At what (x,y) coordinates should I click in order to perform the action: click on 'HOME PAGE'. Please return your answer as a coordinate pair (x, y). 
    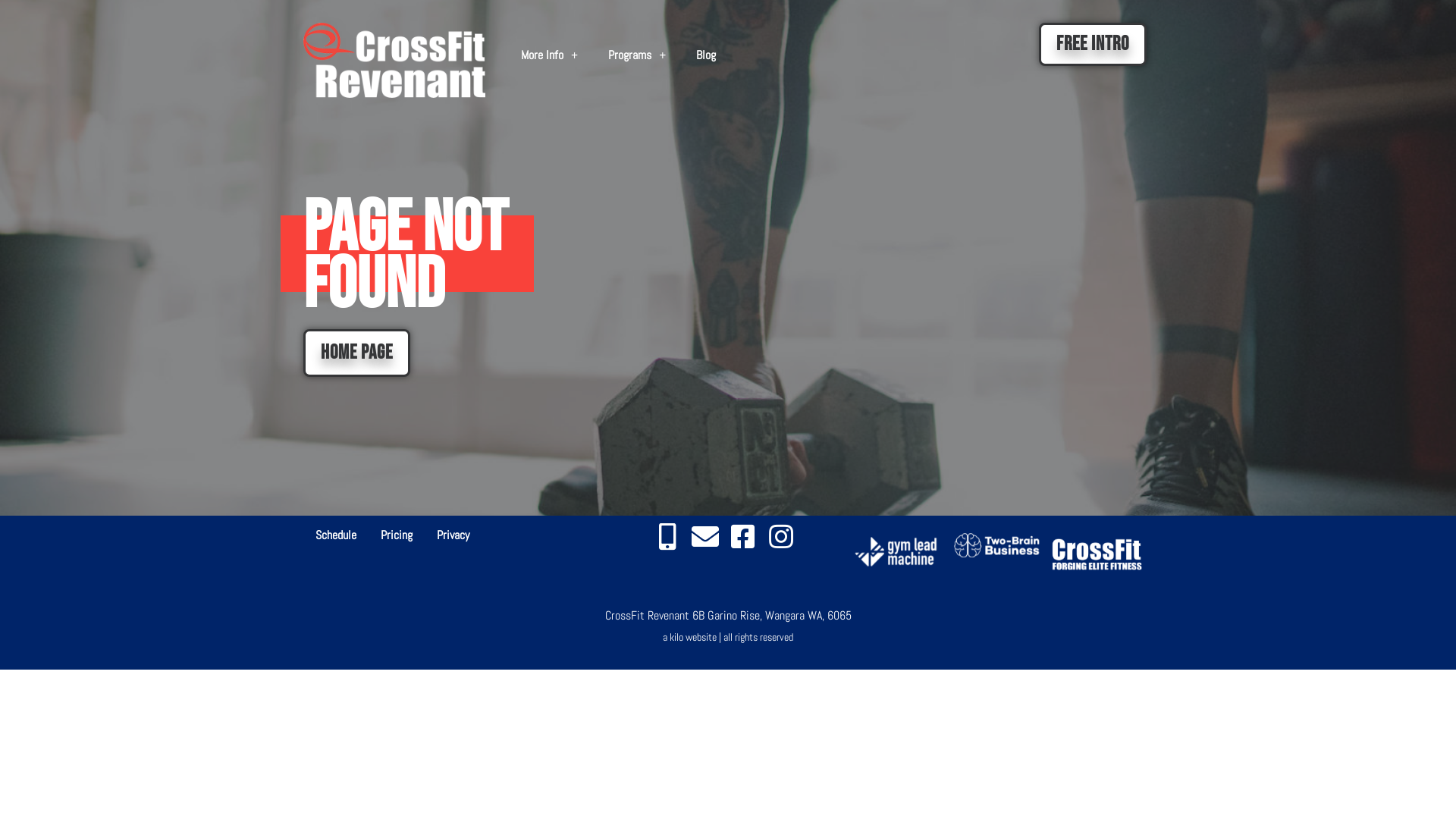
    Looking at the image, I should click on (356, 353).